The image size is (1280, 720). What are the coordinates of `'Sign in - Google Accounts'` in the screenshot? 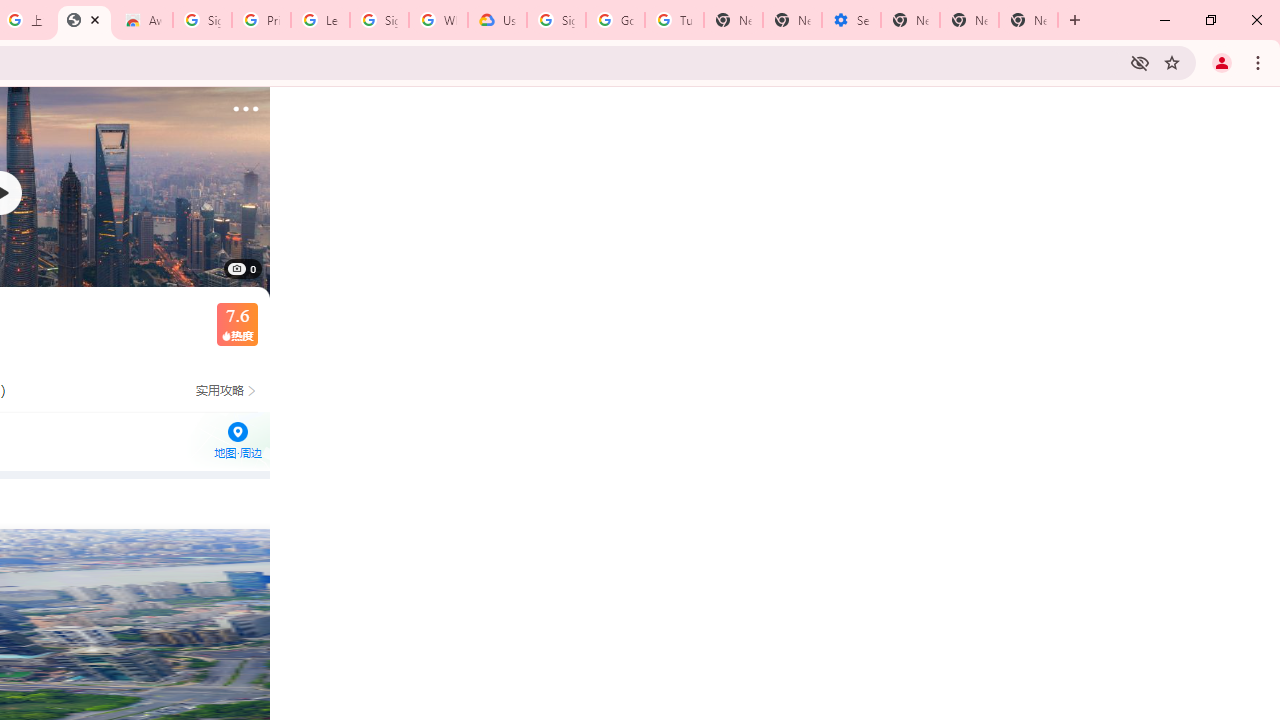 It's located at (379, 20).